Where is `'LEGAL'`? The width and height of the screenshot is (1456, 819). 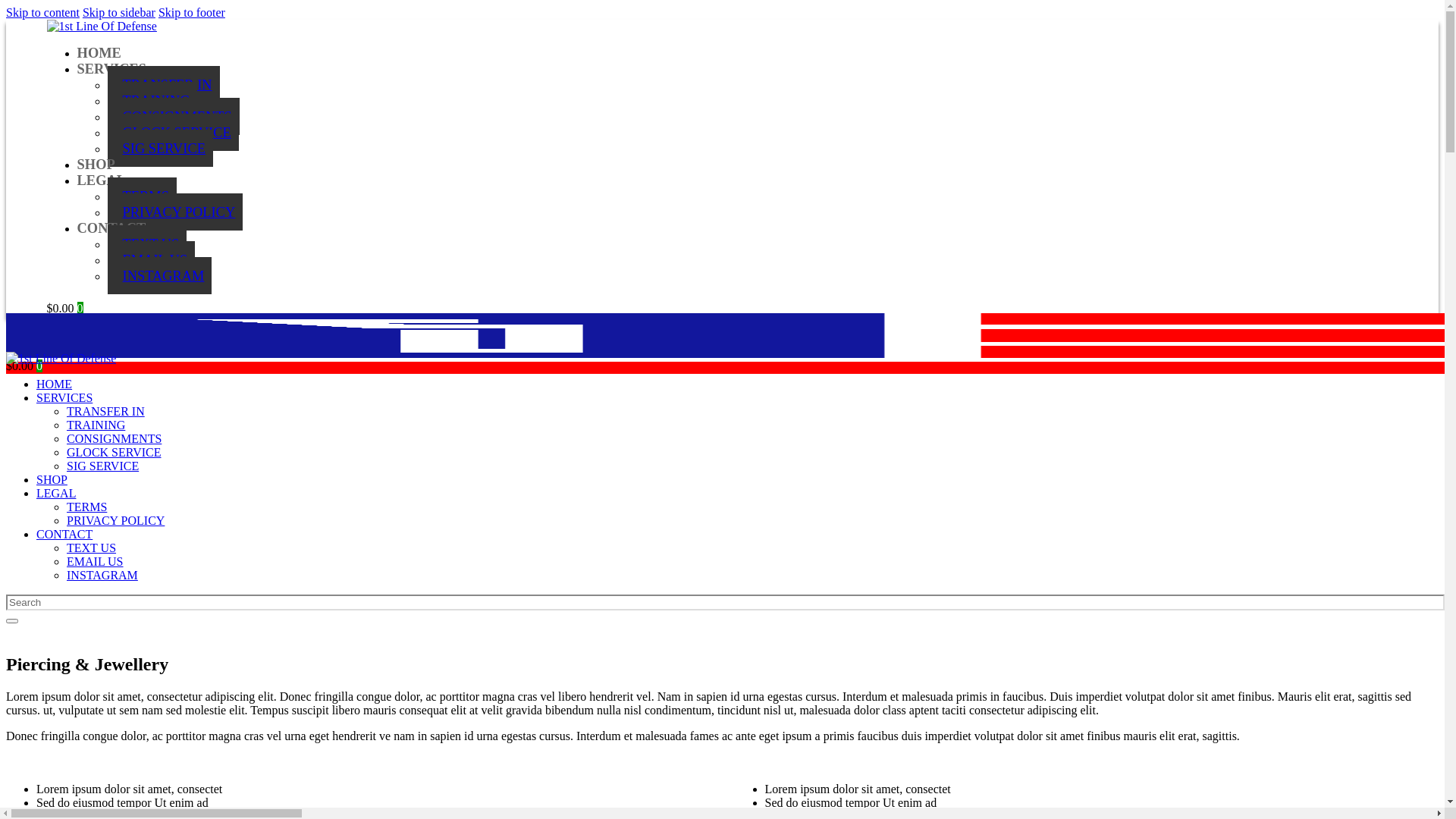
'LEGAL' is located at coordinates (101, 180).